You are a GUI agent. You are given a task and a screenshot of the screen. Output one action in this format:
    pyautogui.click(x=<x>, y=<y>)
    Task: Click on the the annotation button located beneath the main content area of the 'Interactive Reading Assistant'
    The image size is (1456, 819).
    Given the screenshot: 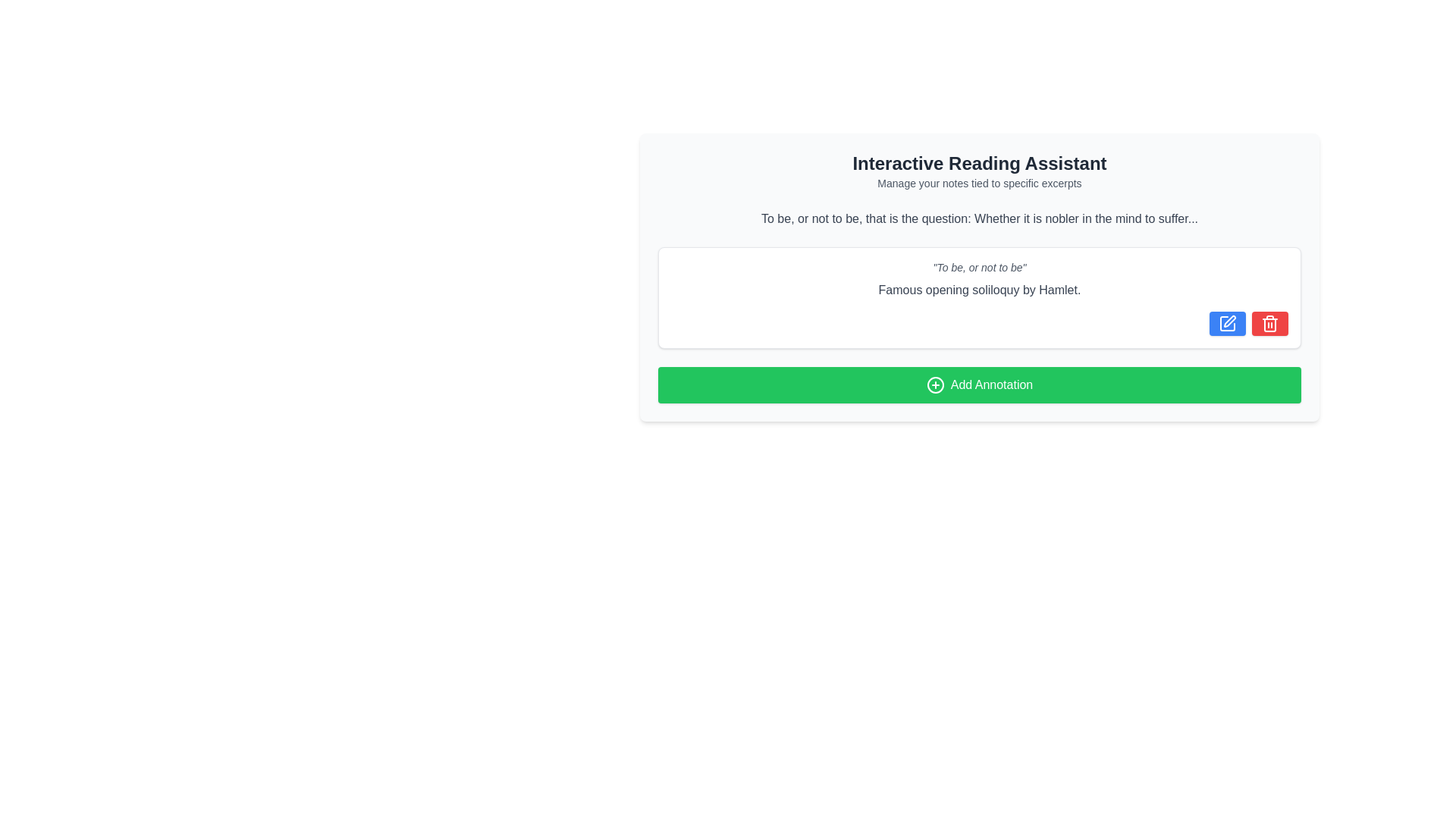 What is the action you would take?
    pyautogui.click(x=979, y=384)
    